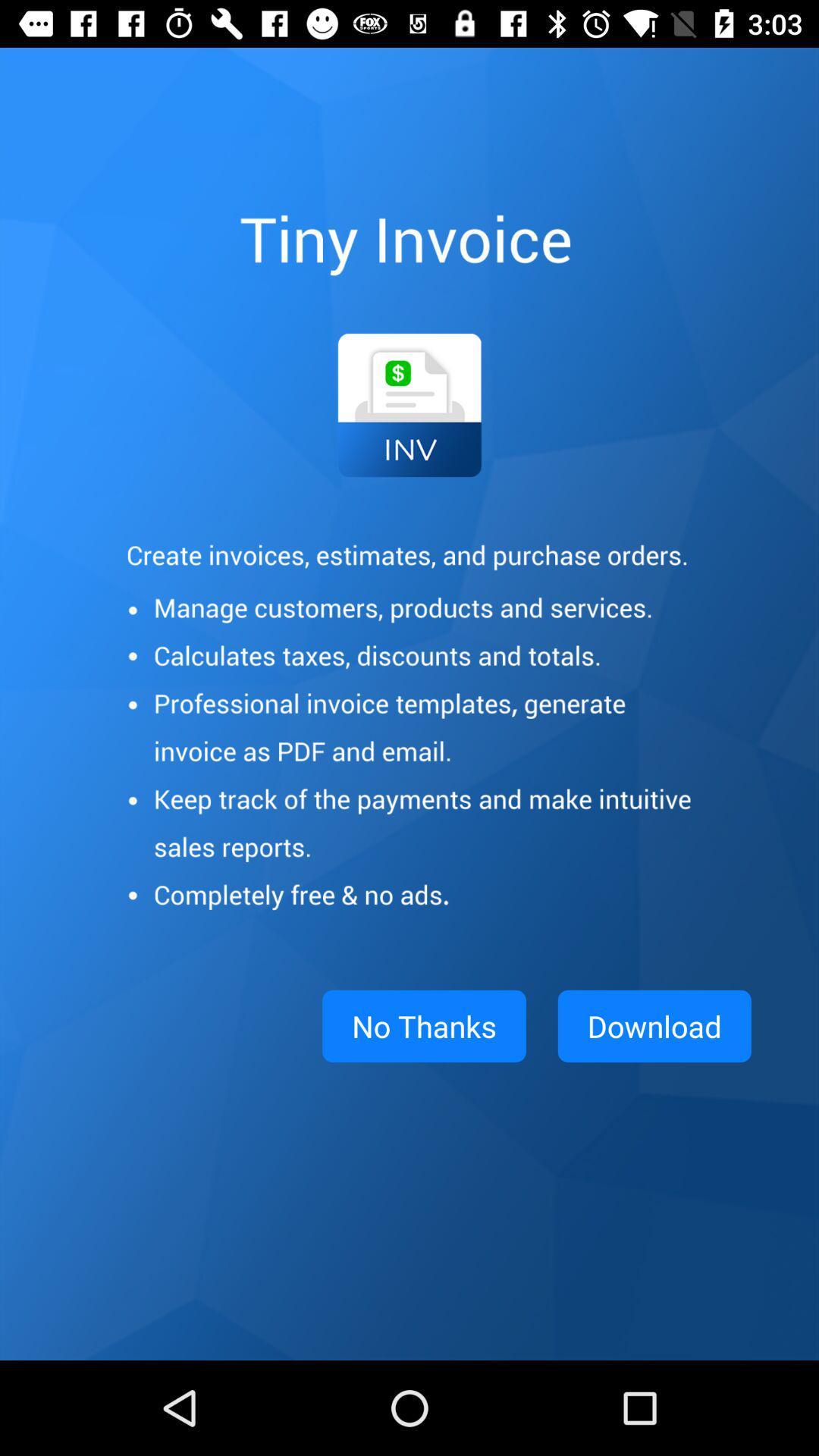 This screenshot has height=1456, width=819. Describe the element at coordinates (654, 1026) in the screenshot. I see `the download` at that location.